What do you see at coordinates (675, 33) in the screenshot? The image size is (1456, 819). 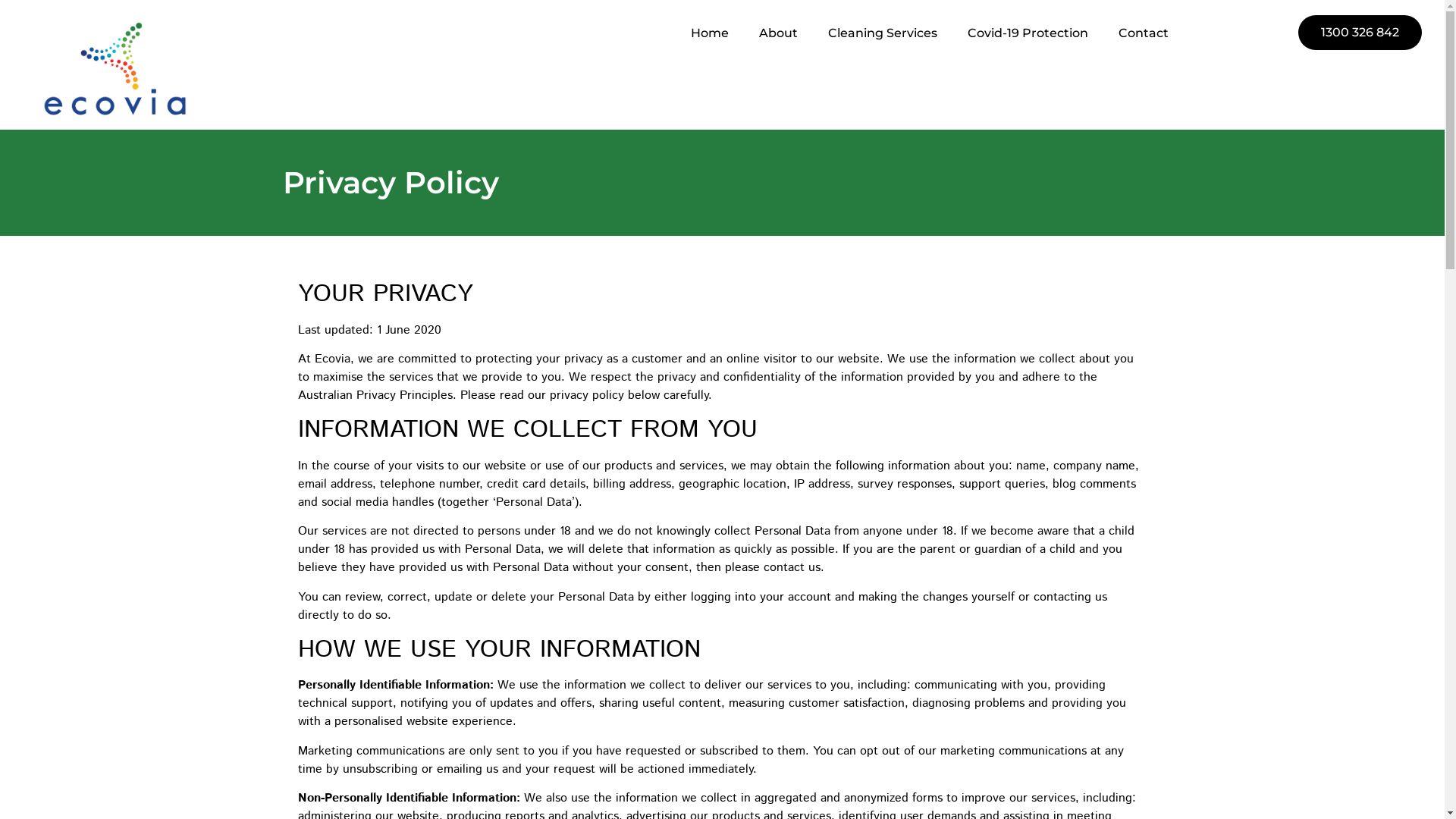 I see `'Home'` at bounding box center [675, 33].